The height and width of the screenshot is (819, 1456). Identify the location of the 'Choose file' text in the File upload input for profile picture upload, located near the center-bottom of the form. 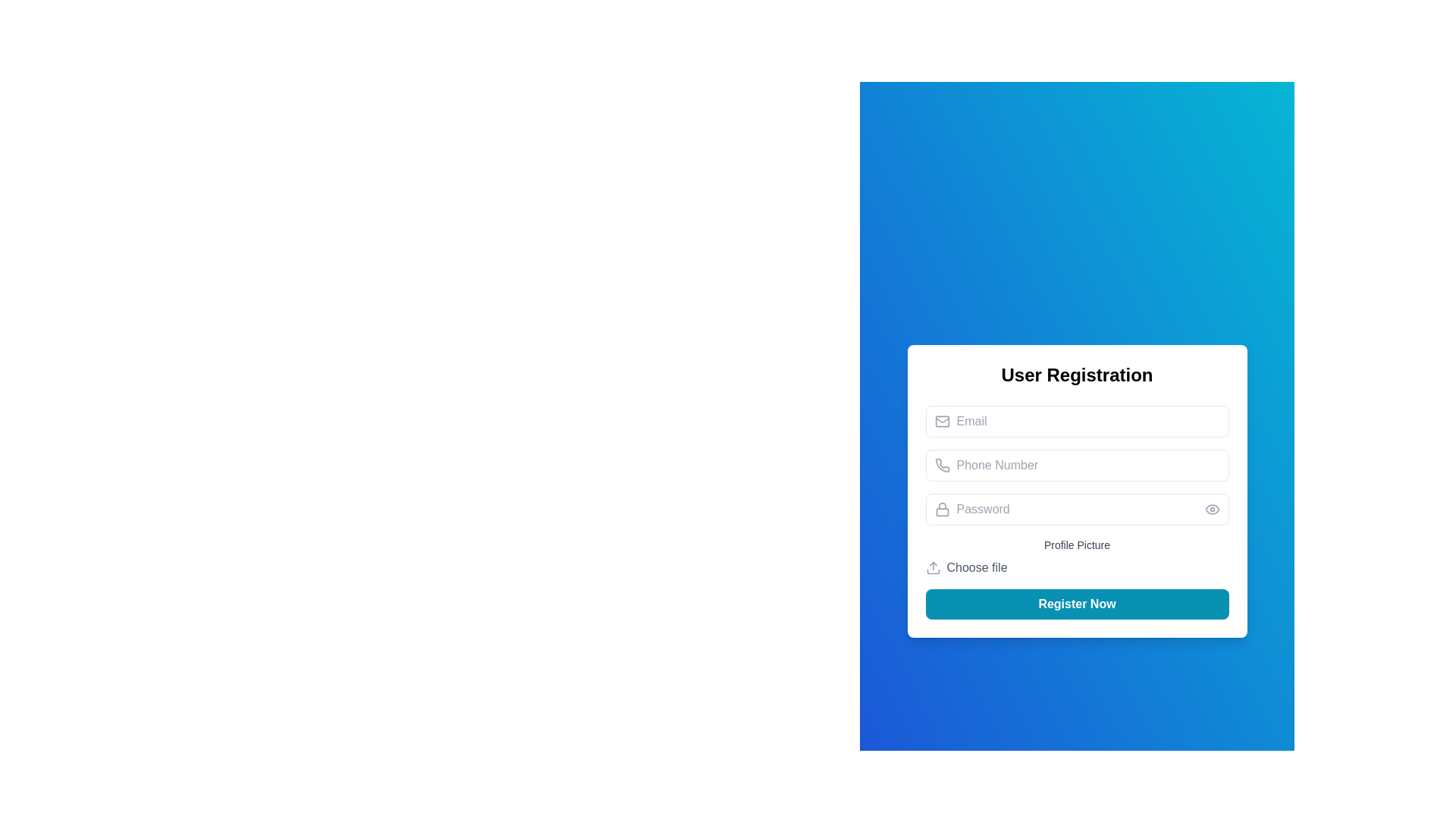
(1076, 557).